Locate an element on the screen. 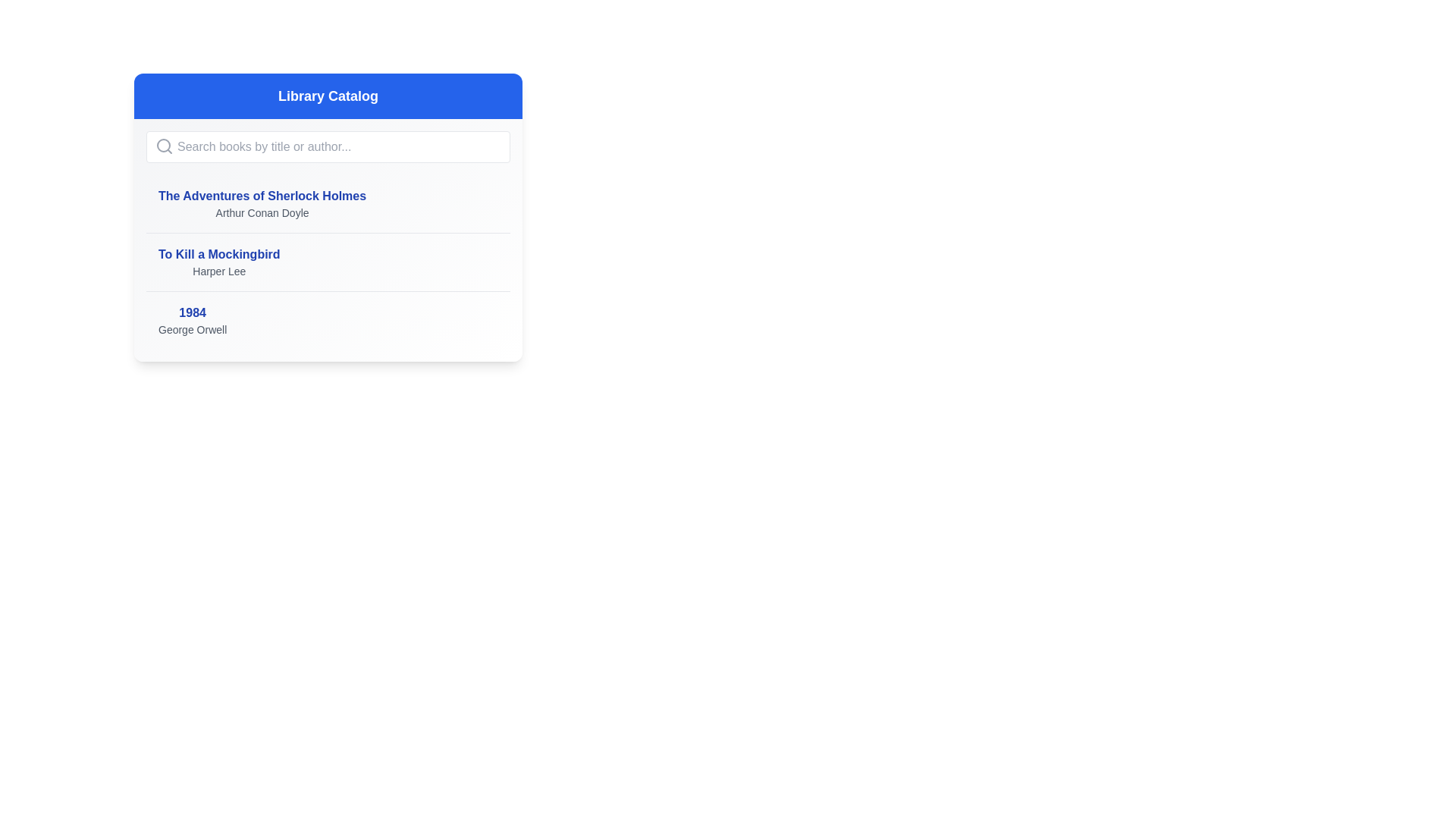 Image resolution: width=1456 pixels, height=819 pixels. the list item displaying 'To Kill a Mockingbird' by the author is located at coordinates (327, 262).